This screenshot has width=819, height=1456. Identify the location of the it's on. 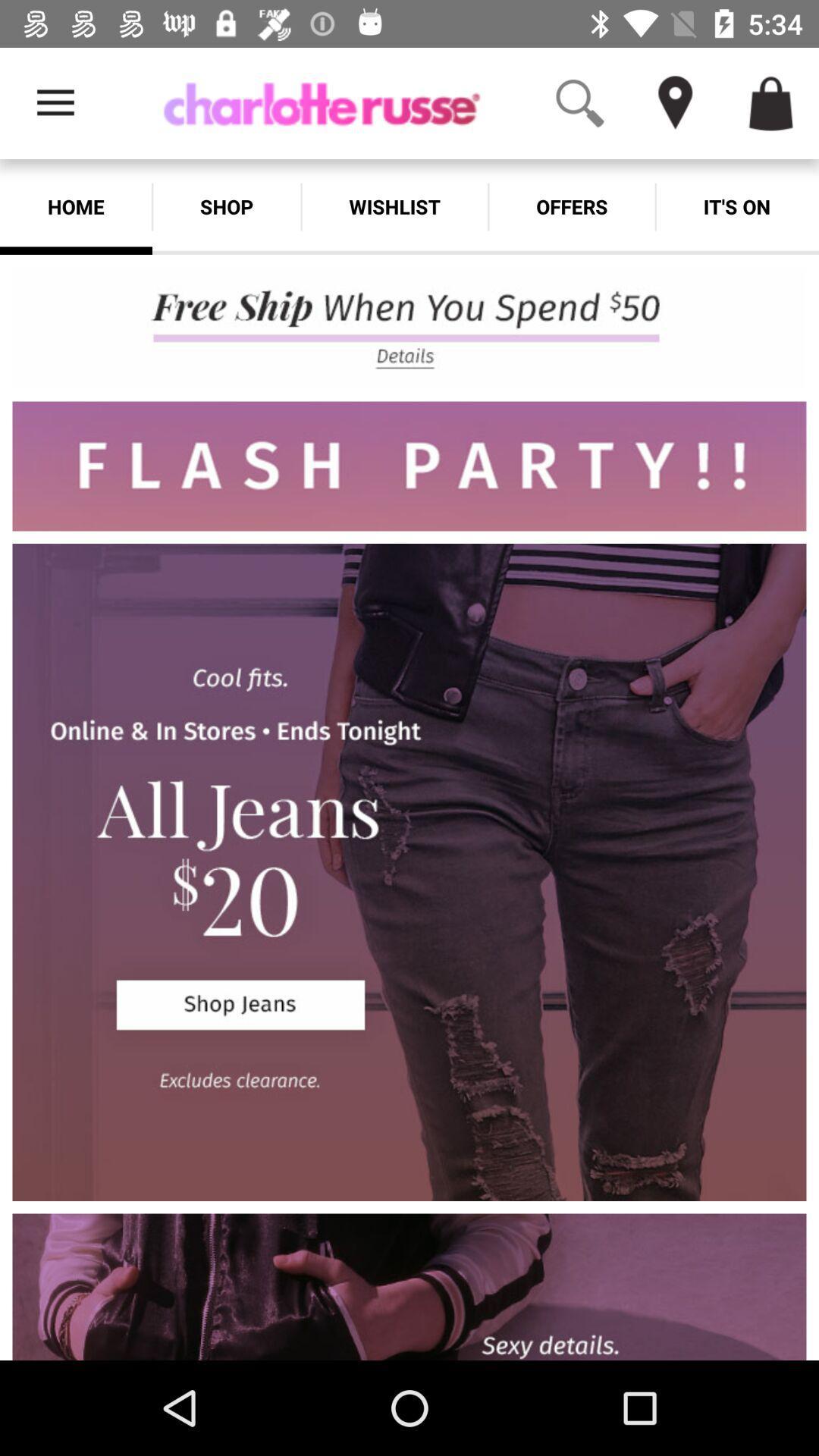
(736, 206).